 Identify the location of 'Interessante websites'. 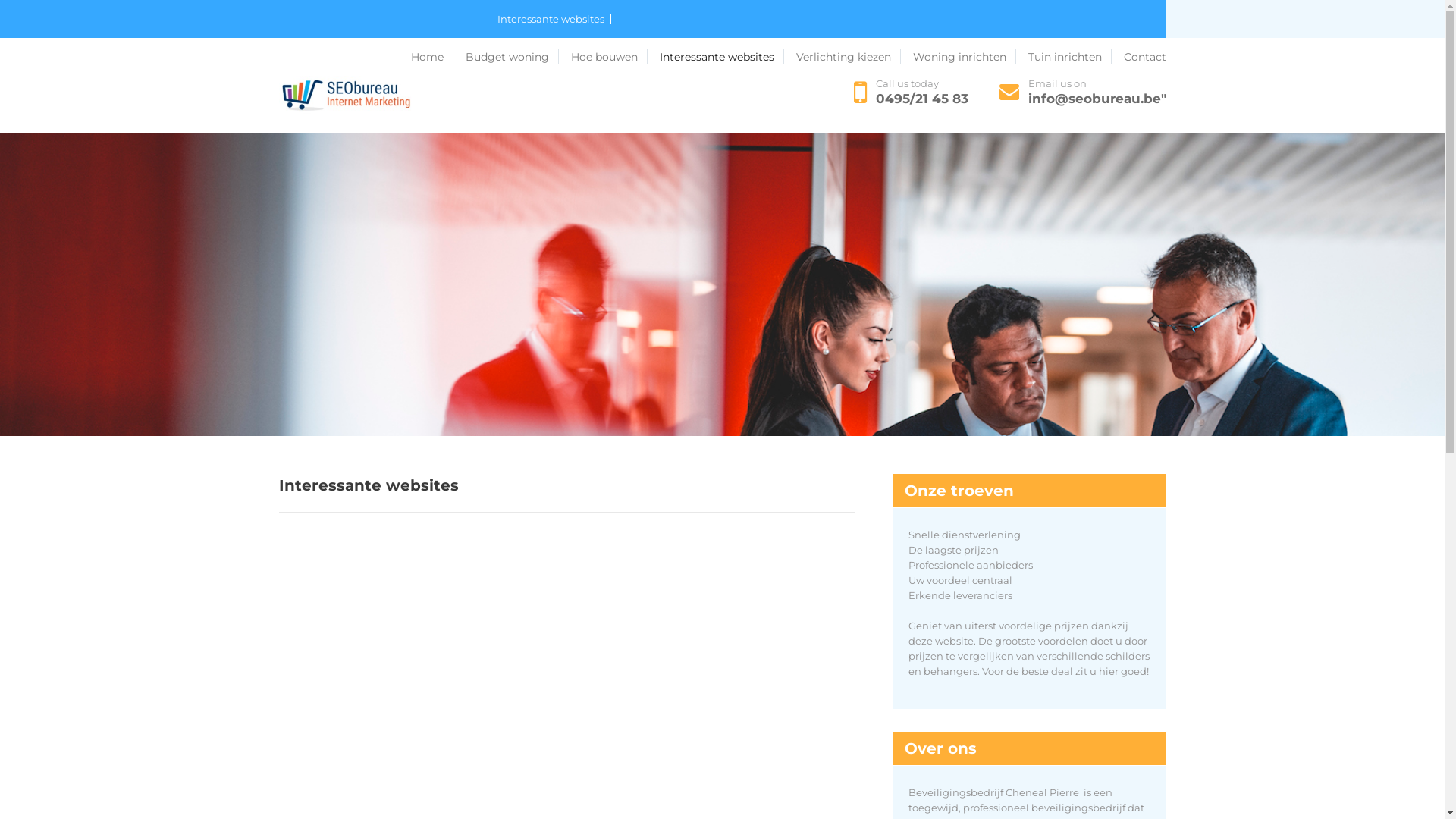
(497, 19).